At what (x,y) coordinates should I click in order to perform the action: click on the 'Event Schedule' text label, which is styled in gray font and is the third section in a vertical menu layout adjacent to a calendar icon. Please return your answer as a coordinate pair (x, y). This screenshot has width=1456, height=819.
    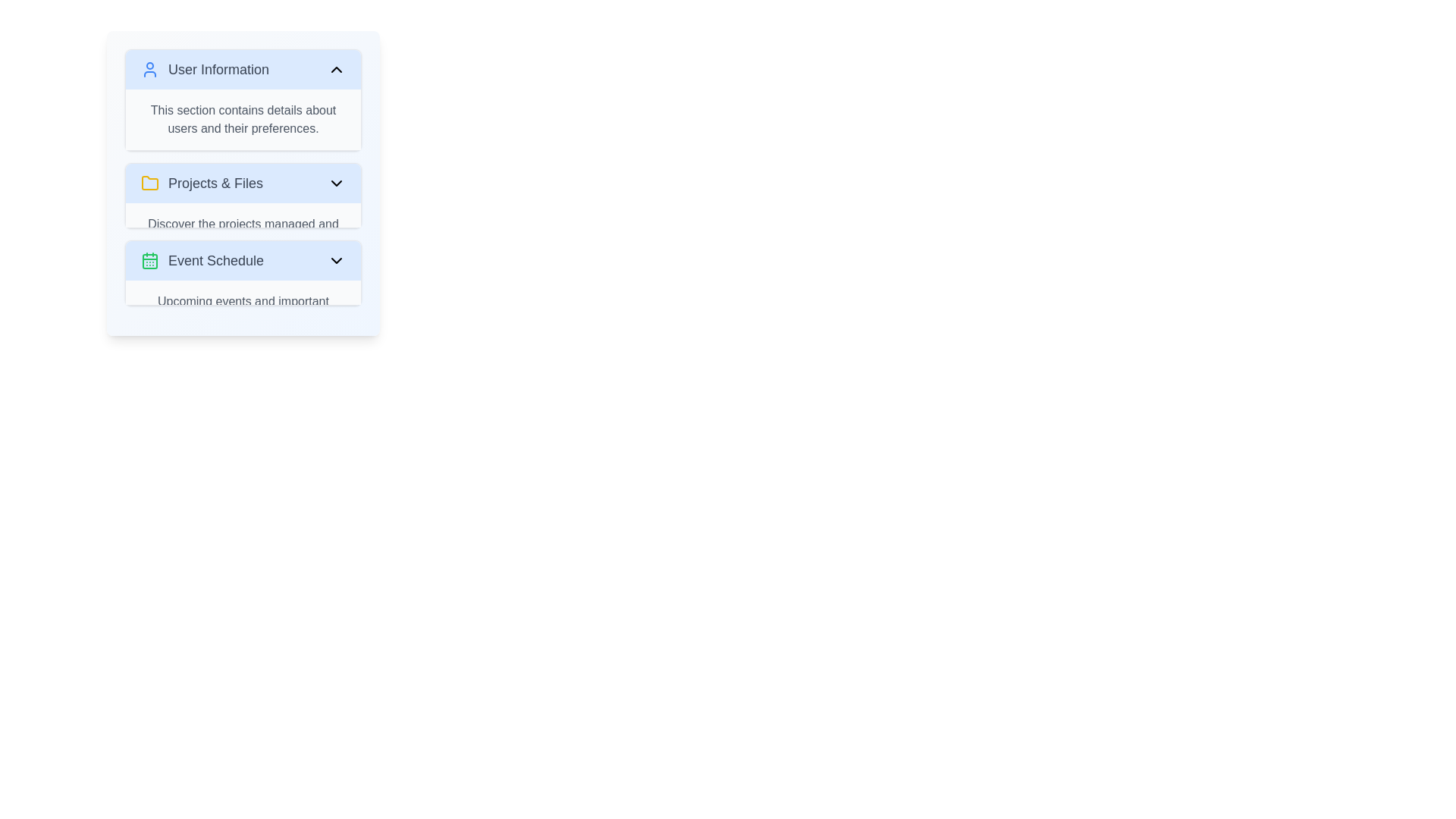
    Looking at the image, I should click on (215, 259).